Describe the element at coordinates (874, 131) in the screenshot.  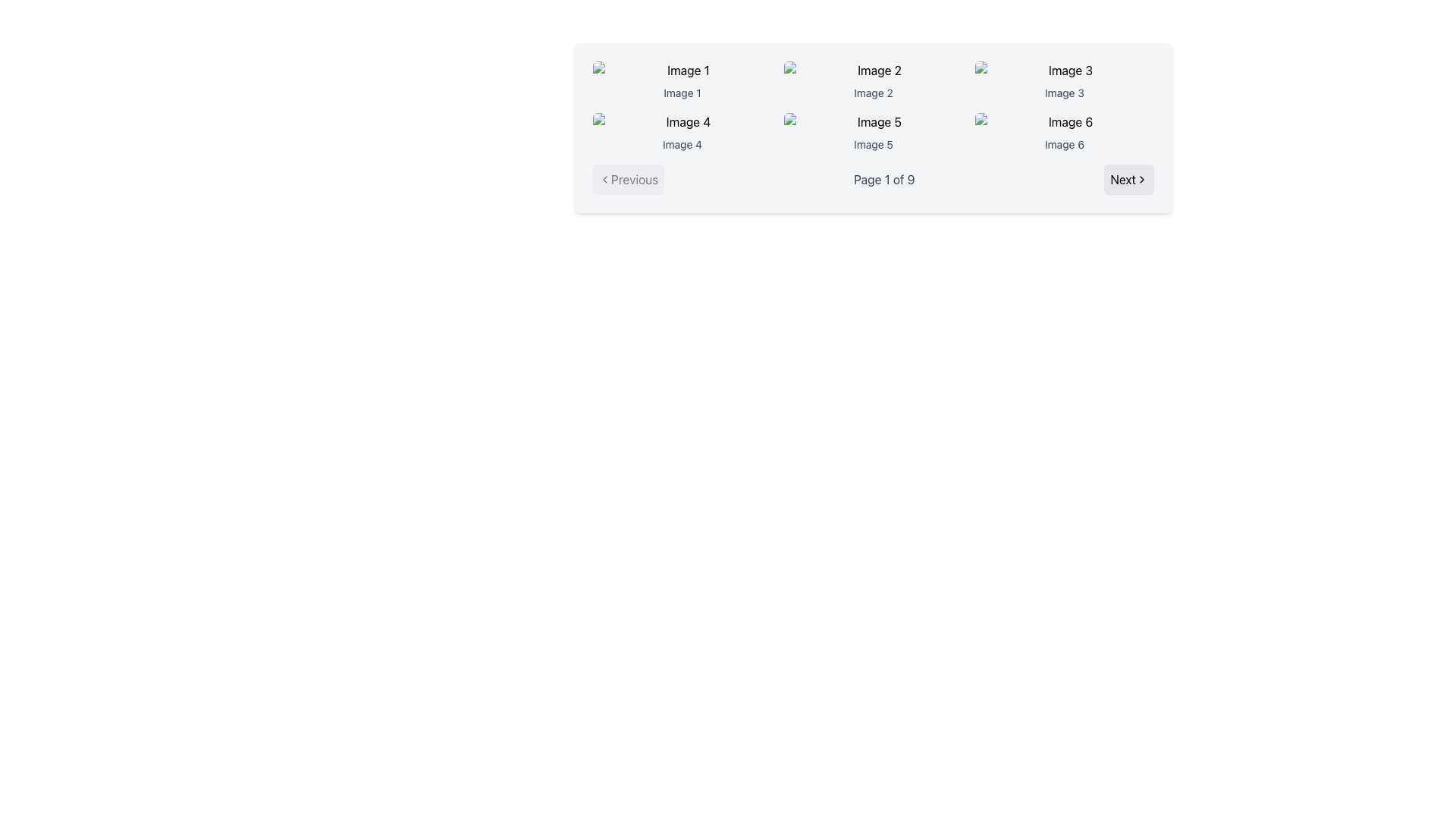
I see `the image labeled 'Image 5' in the center column of the second row for a larger view` at that location.